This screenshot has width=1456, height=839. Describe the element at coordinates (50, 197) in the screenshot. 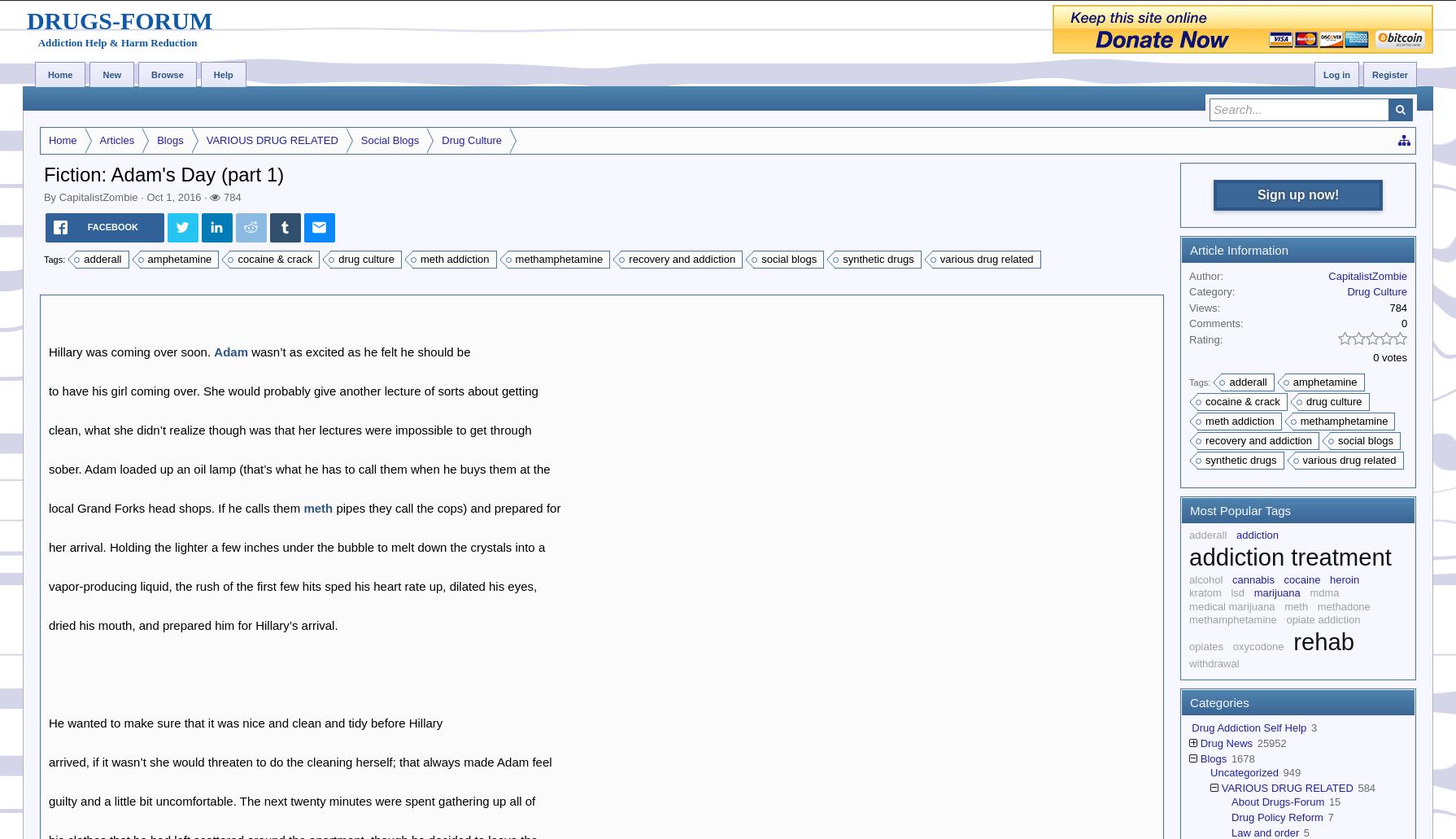

I see `'By'` at that location.